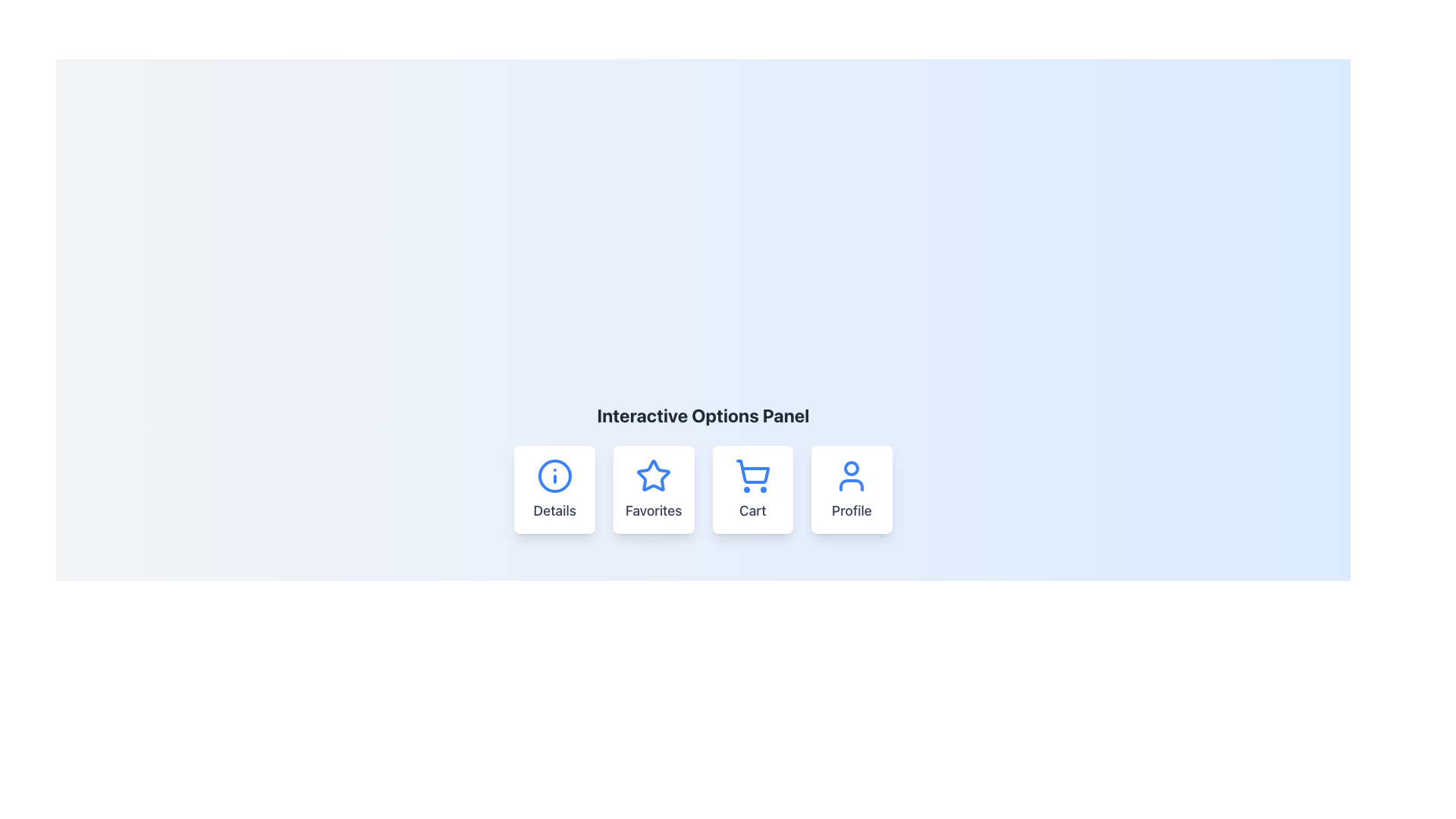 The width and height of the screenshot is (1456, 819). I want to click on the star icon, which is the second card from the left in a row of four cards, so click(654, 475).